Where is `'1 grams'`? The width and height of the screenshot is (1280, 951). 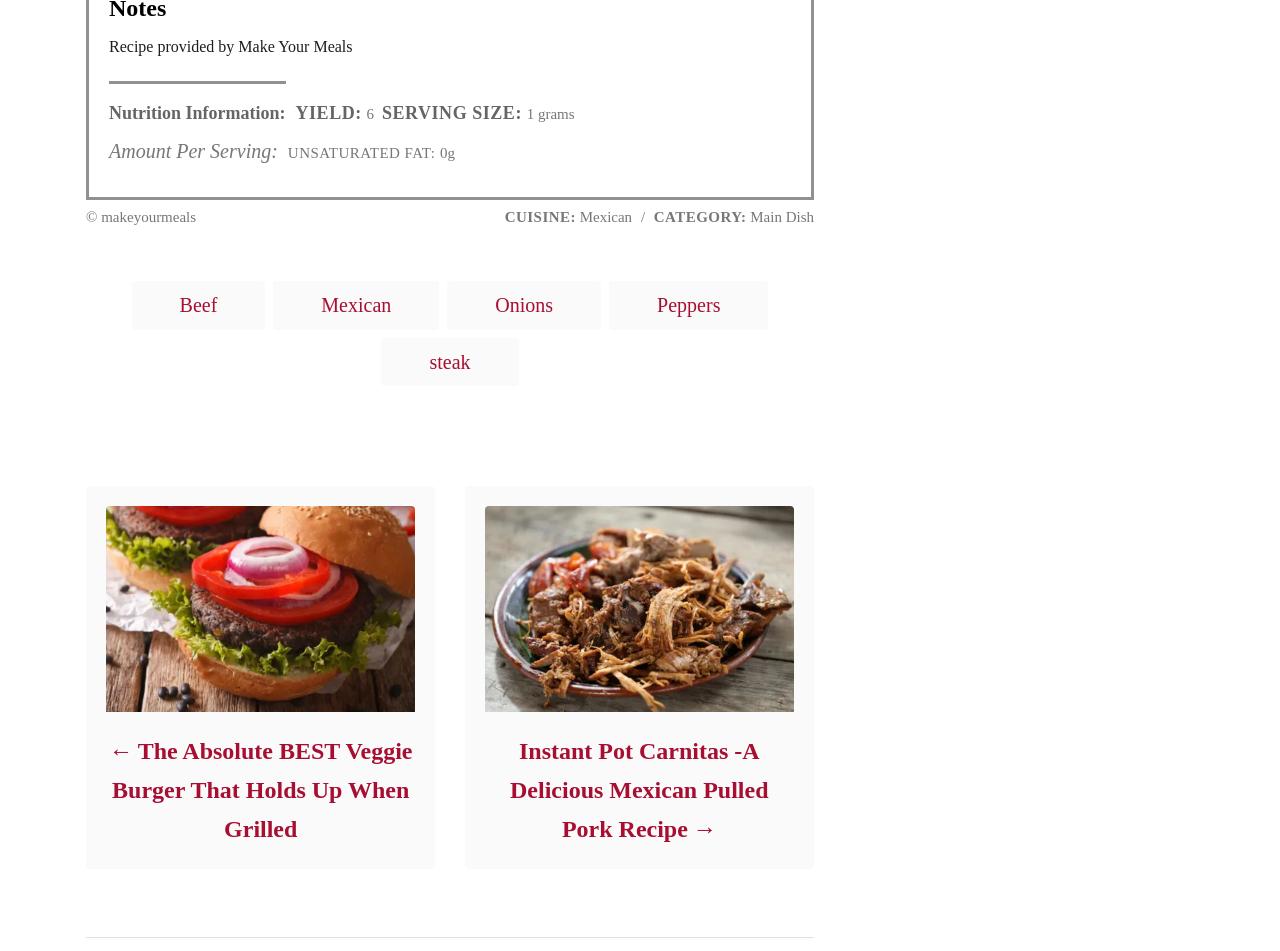 '1 grams' is located at coordinates (521, 114).